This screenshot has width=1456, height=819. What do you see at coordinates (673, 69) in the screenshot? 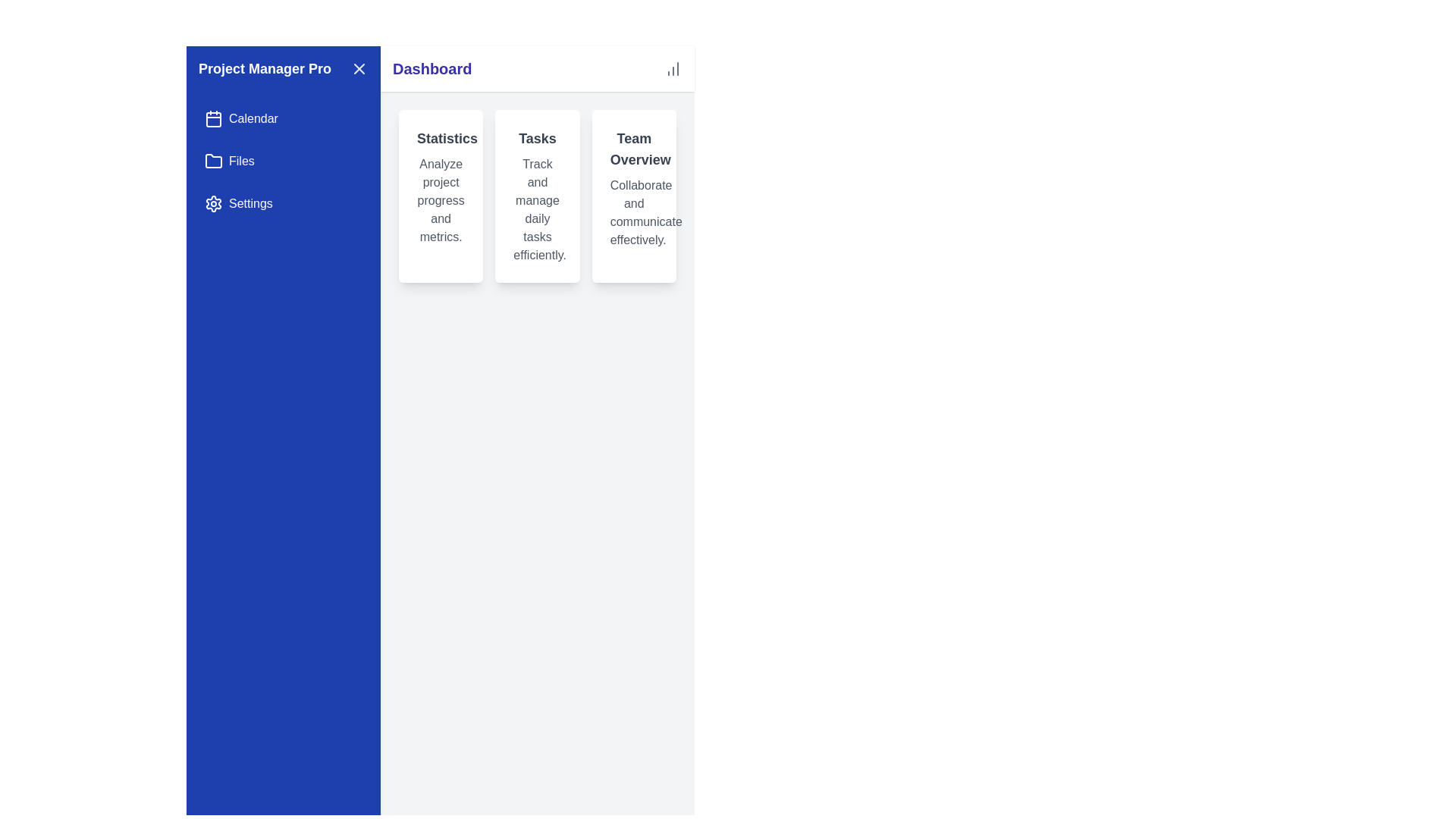
I see `the small, compact icon with three vertical bars indicating a column chart representation located at the top-right corner of the 'Dashboard' header` at bounding box center [673, 69].